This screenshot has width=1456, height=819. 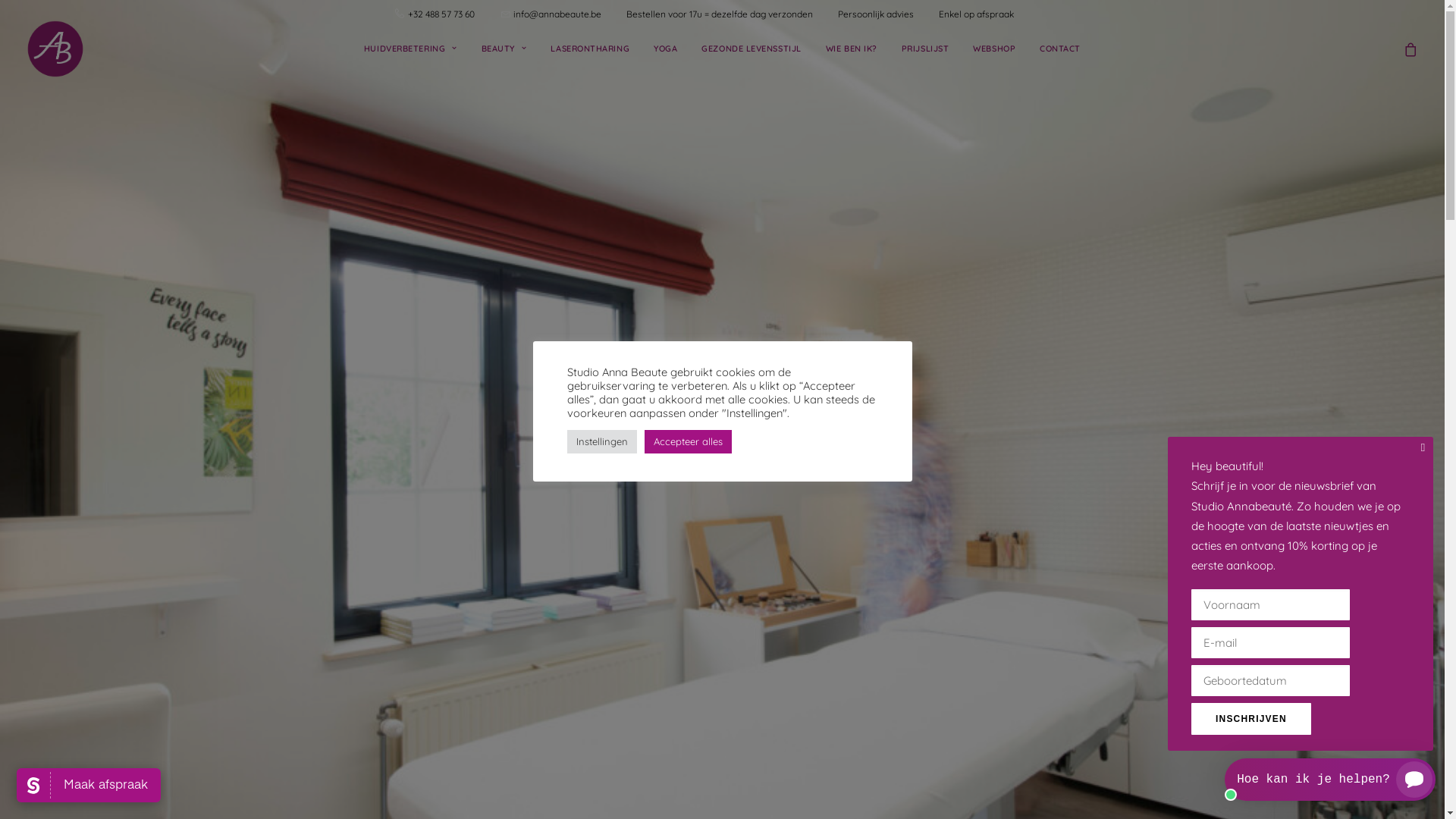 What do you see at coordinates (814, 48) in the screenshot?
I see `'WIE BEN IK?'` at bounding box center [814, 48].